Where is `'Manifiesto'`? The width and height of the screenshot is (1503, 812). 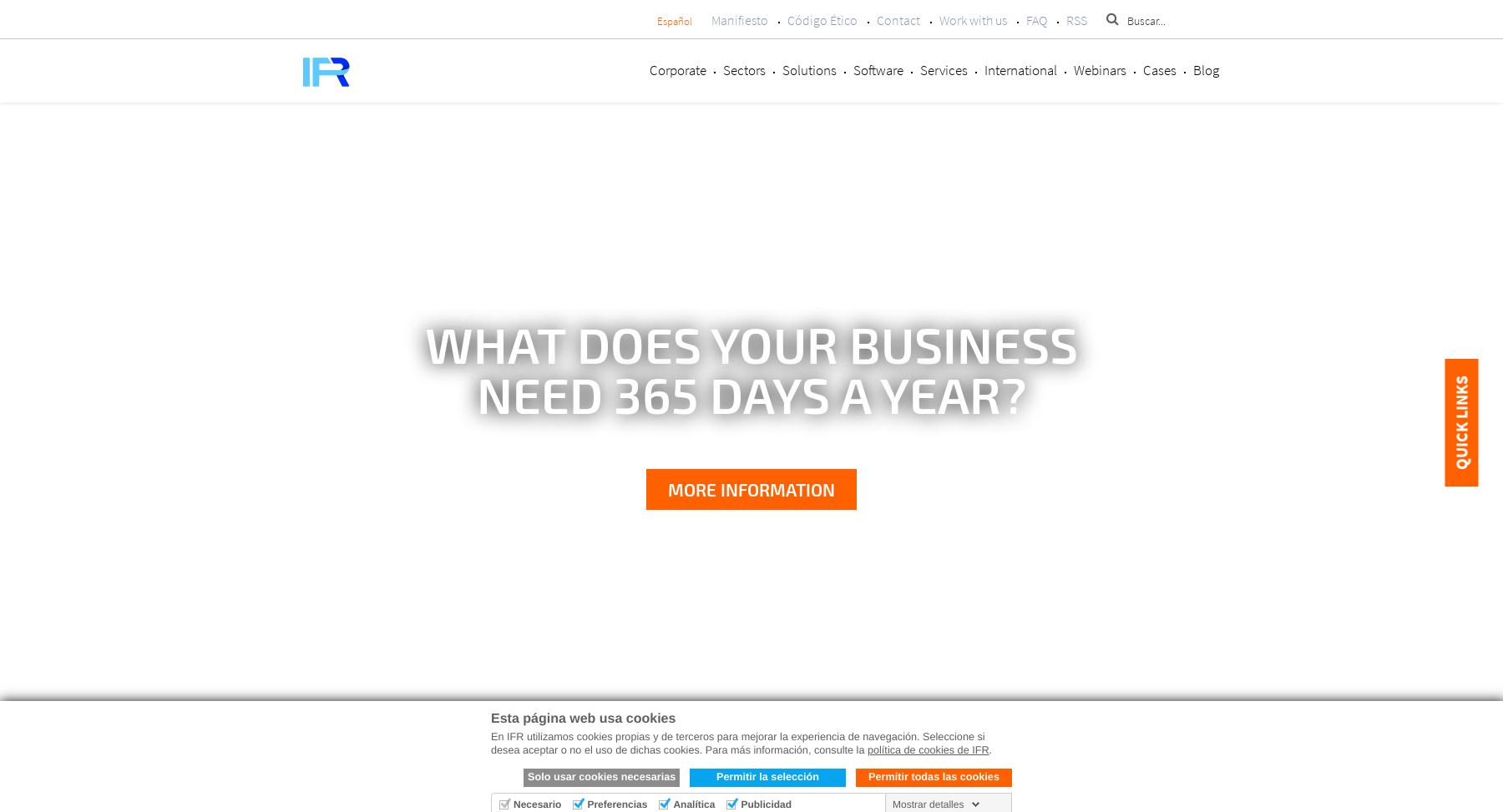 'Manifiesto' is located at coordinates (711, 20).